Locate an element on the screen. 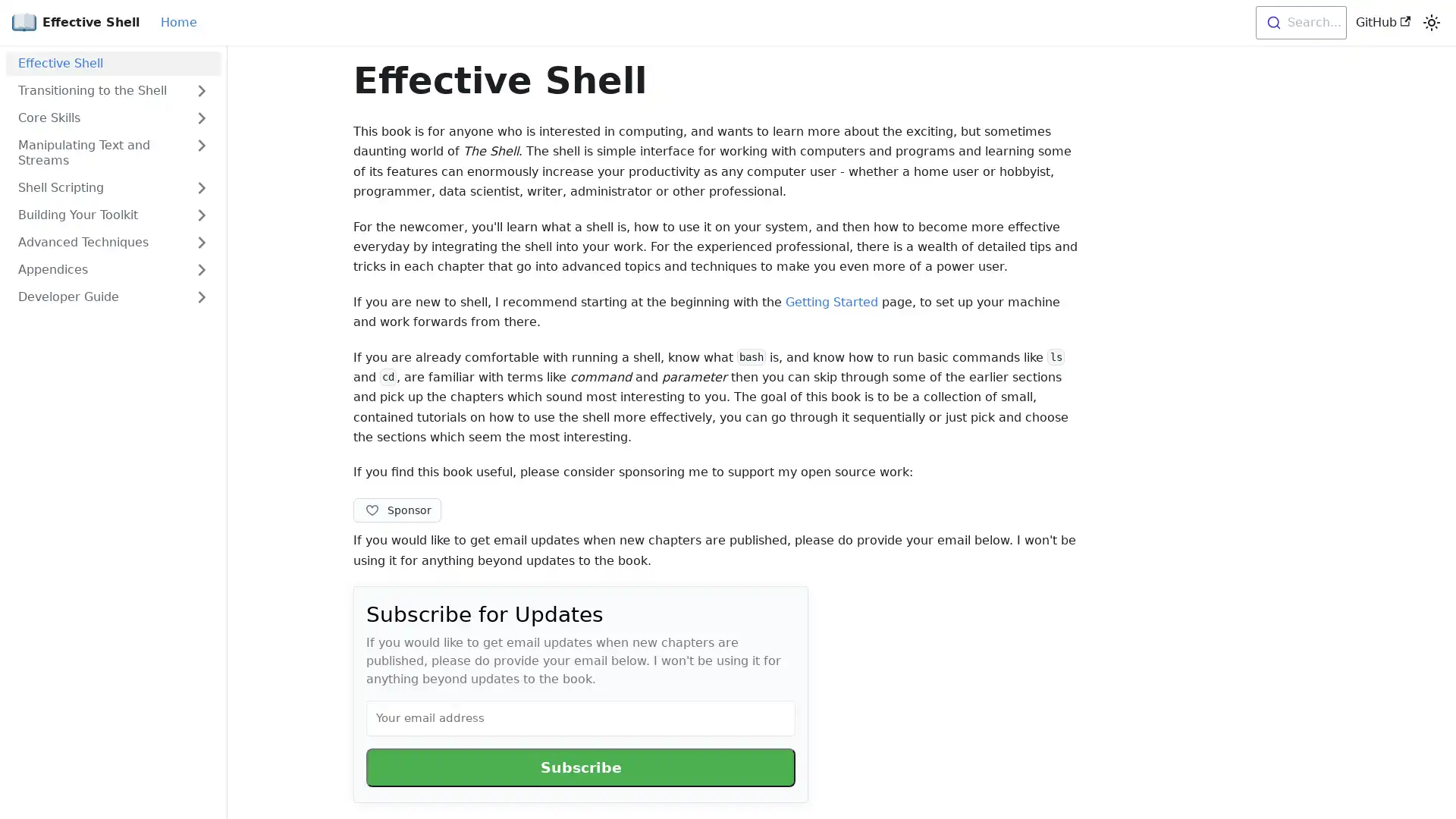 This screenshot has height=819, width=1456. Toggle the collapsible sidebar category 'Advanced Techniques' is located at coordinates (200, 242).